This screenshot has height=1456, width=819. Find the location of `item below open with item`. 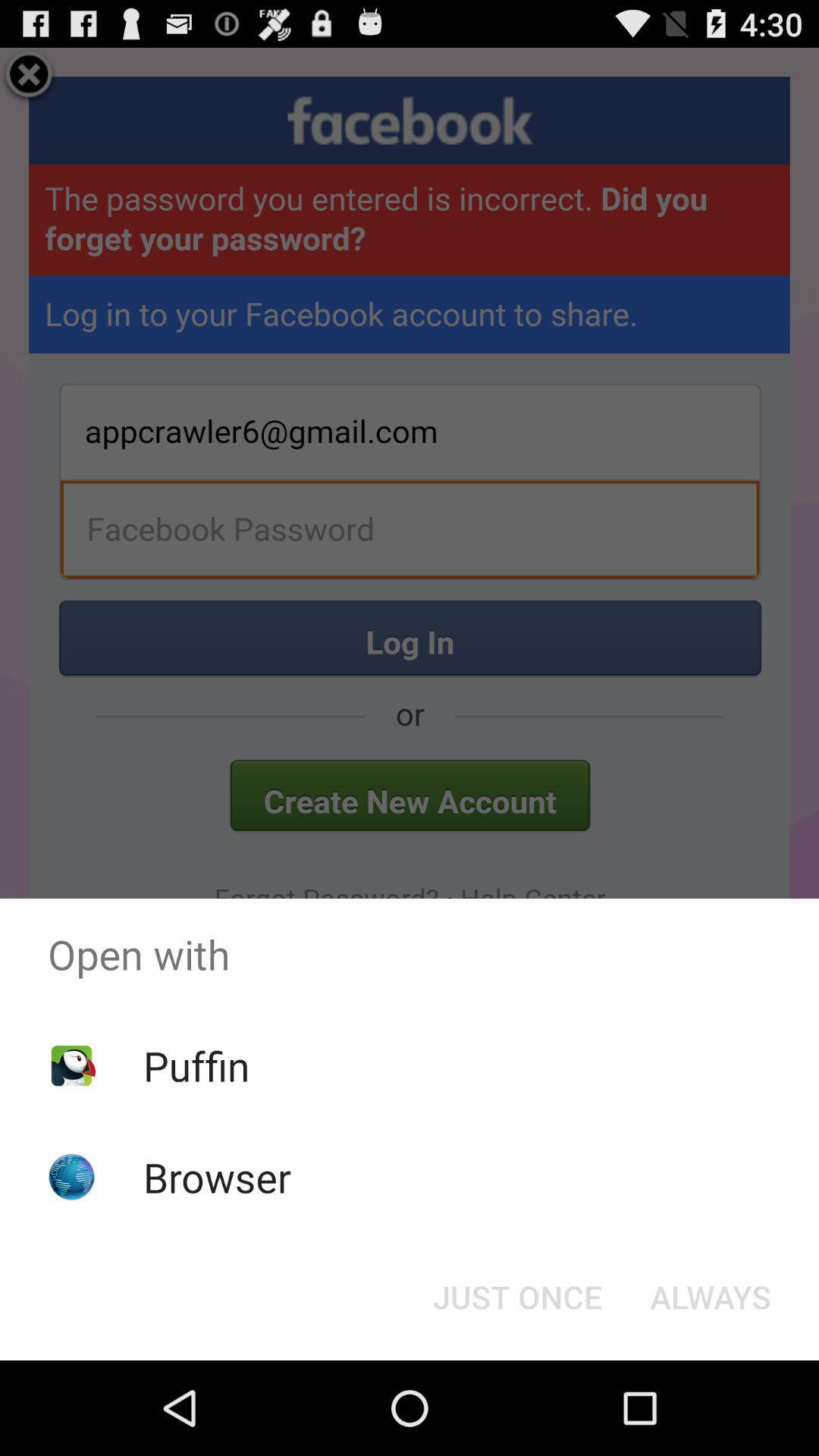

item below open with item is located at coordinates (516, 1295).